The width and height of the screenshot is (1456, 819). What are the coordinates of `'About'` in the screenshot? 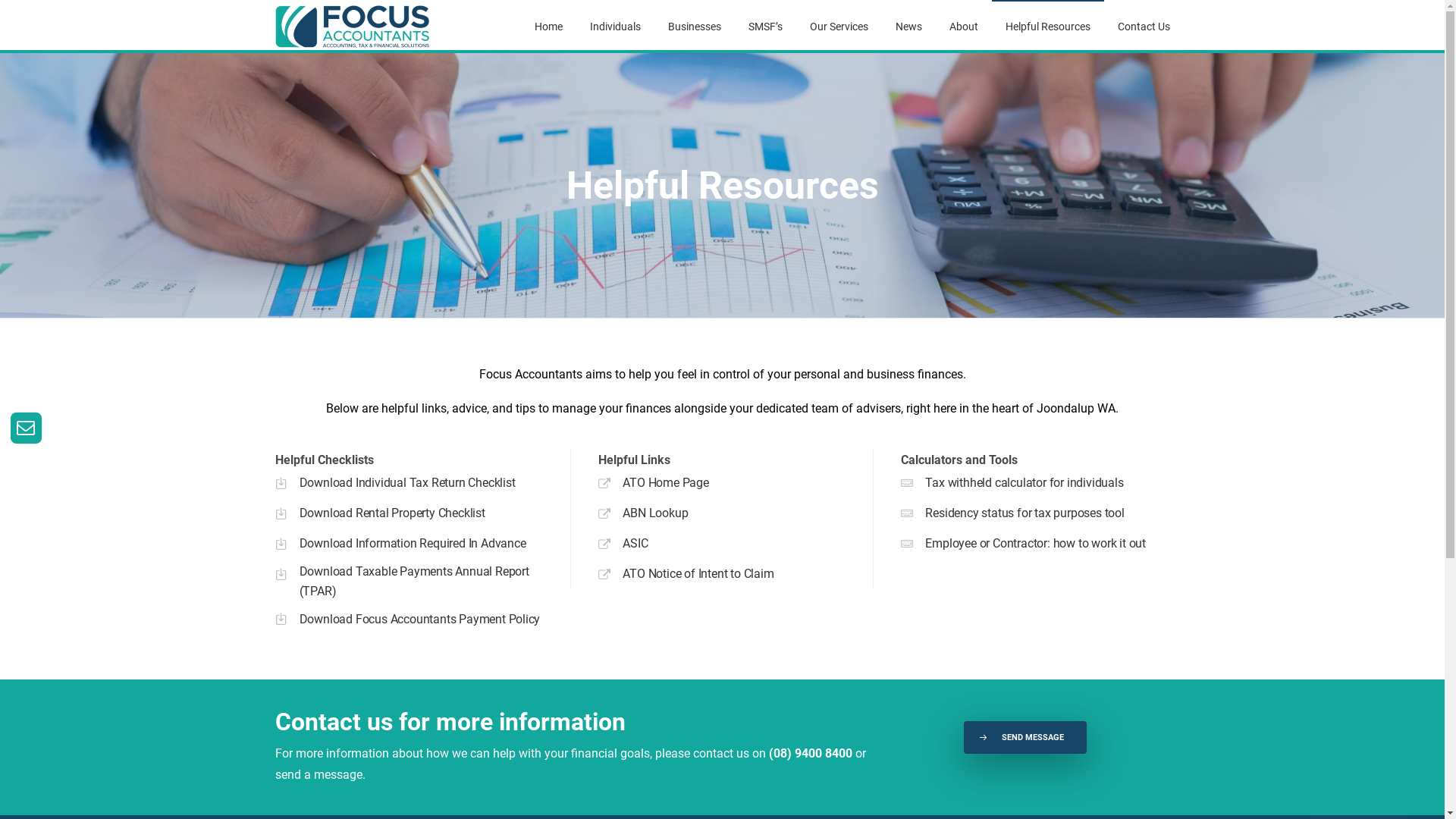 It's located at (963, 26).